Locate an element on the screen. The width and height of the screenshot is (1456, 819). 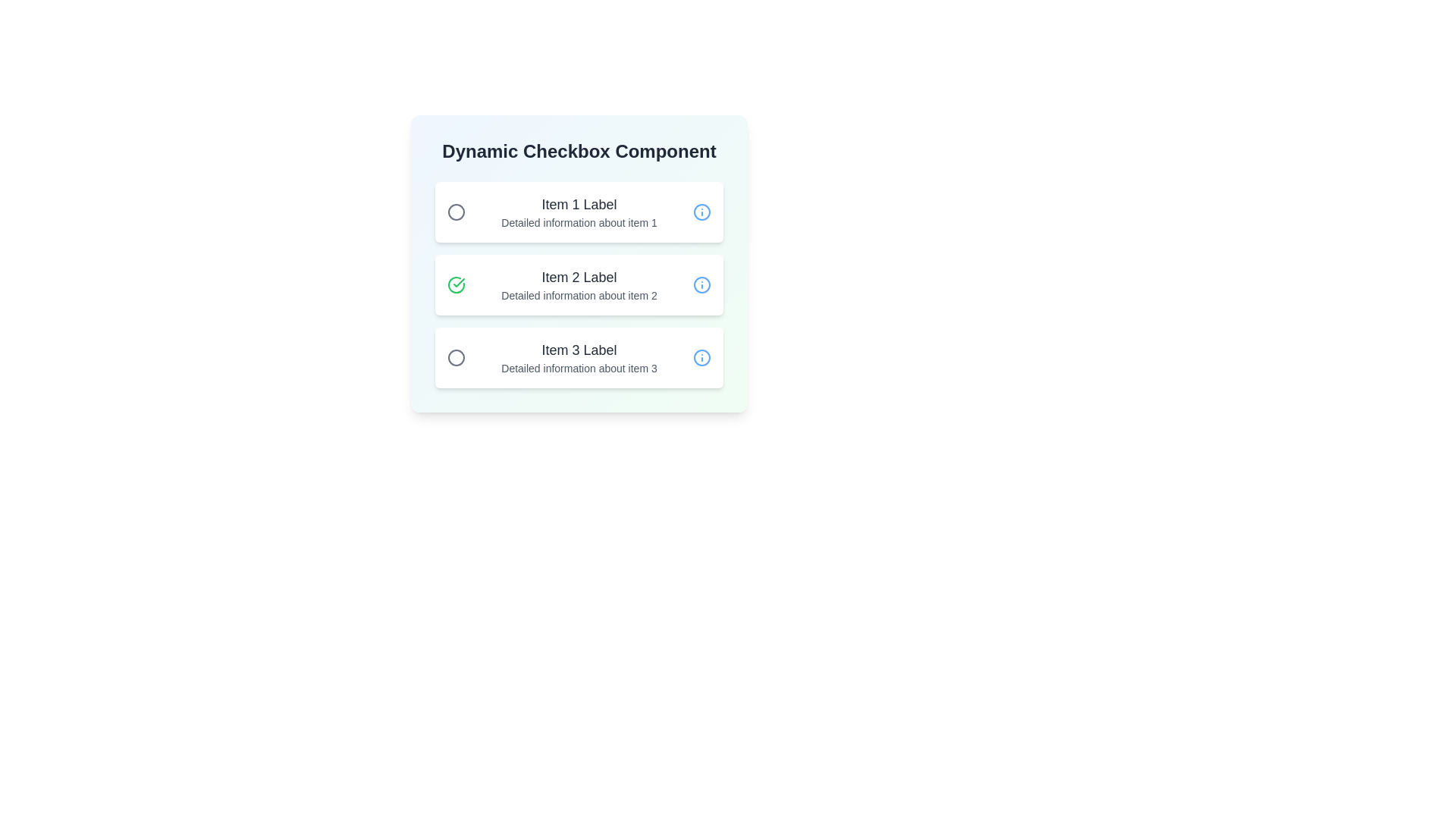
the 'info' icon for Item 1 to view additional information is located at coordinates (701, 212).